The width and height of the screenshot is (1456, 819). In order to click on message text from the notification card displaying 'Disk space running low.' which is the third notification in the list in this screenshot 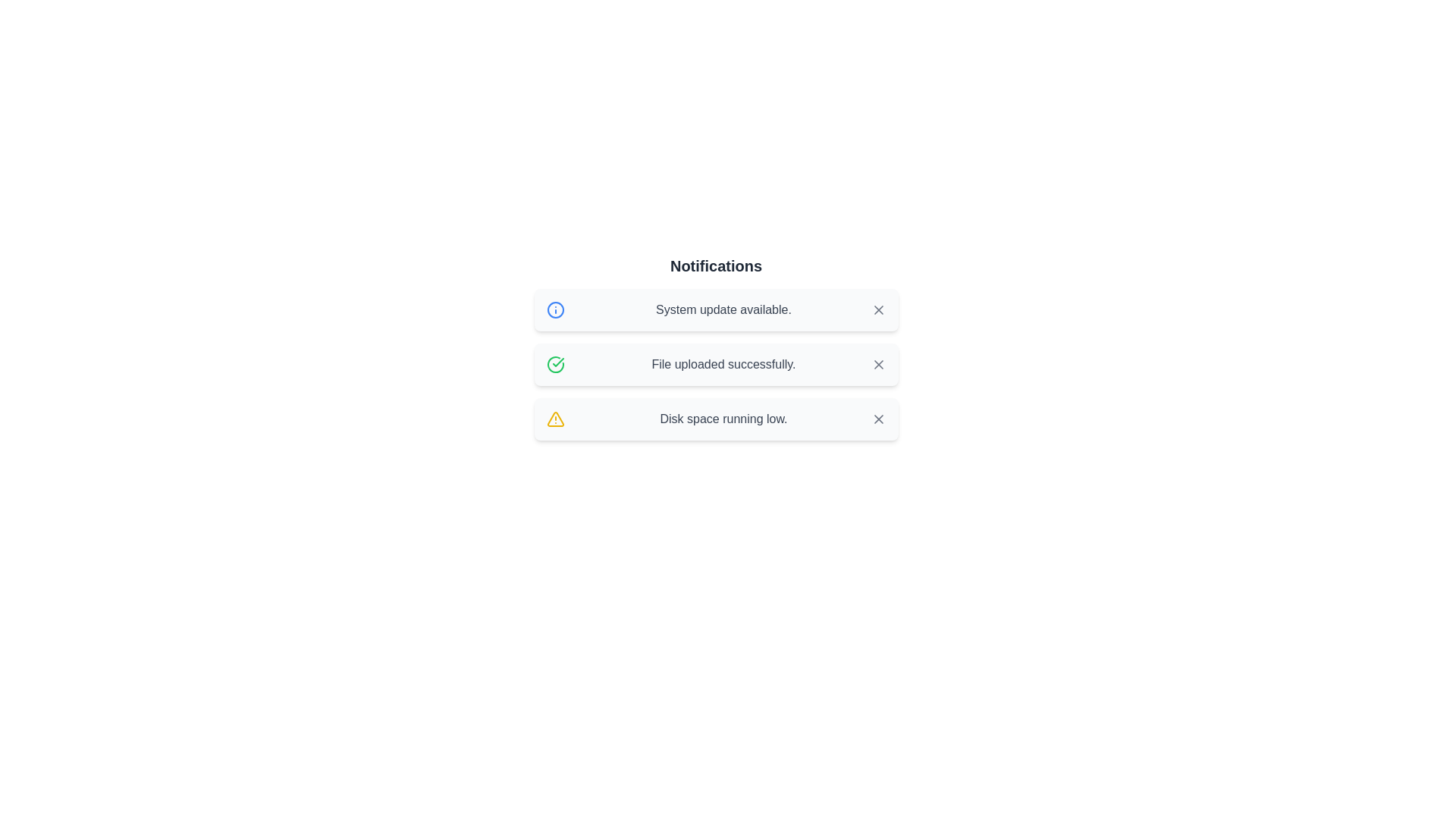, I will do `click(715, 419)`.